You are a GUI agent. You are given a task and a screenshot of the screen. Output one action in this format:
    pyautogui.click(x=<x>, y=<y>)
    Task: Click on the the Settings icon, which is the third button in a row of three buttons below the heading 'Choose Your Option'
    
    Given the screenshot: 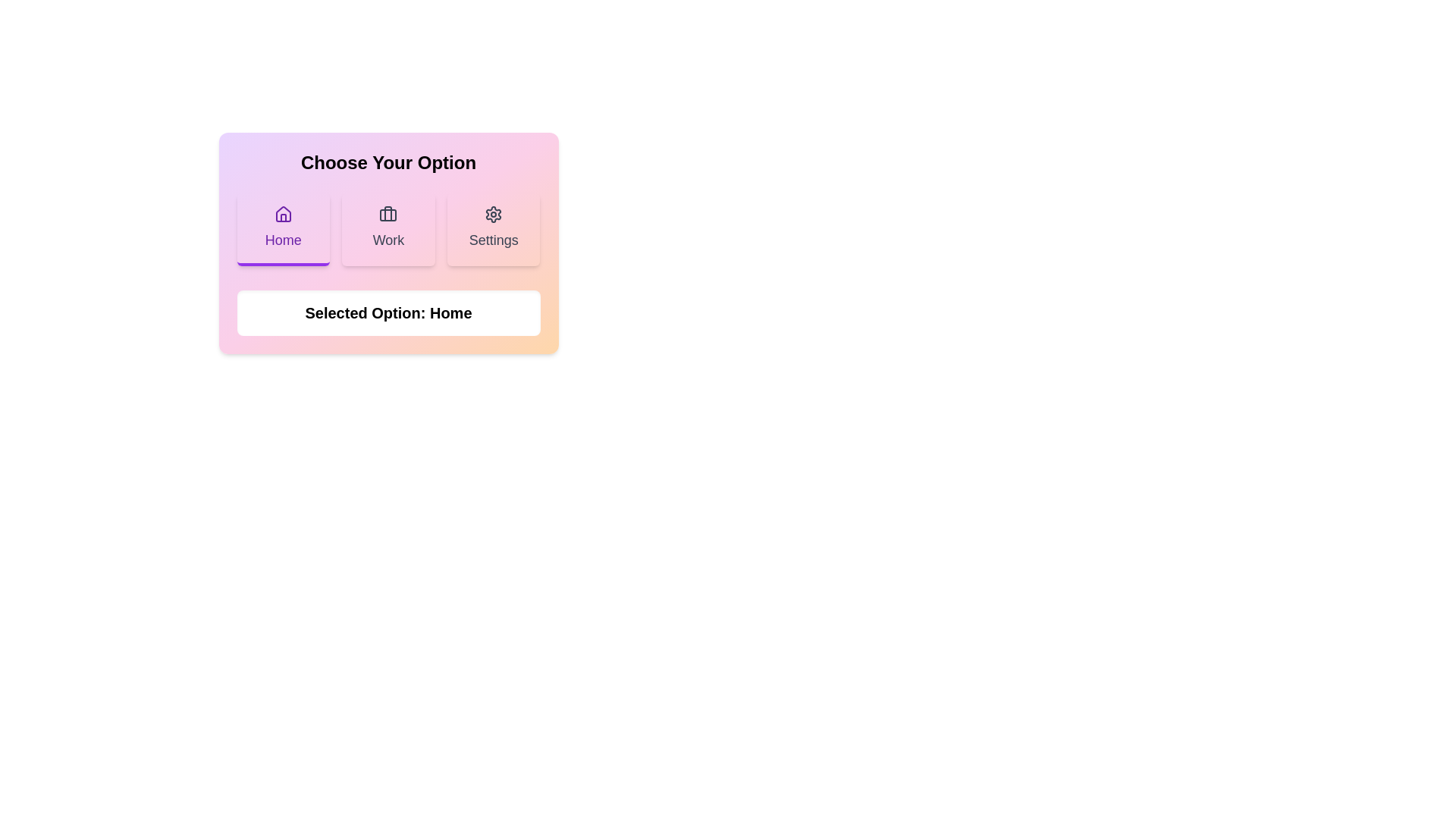 What is the action you would take?
    pyautogui.click(x=494, y=214)
    